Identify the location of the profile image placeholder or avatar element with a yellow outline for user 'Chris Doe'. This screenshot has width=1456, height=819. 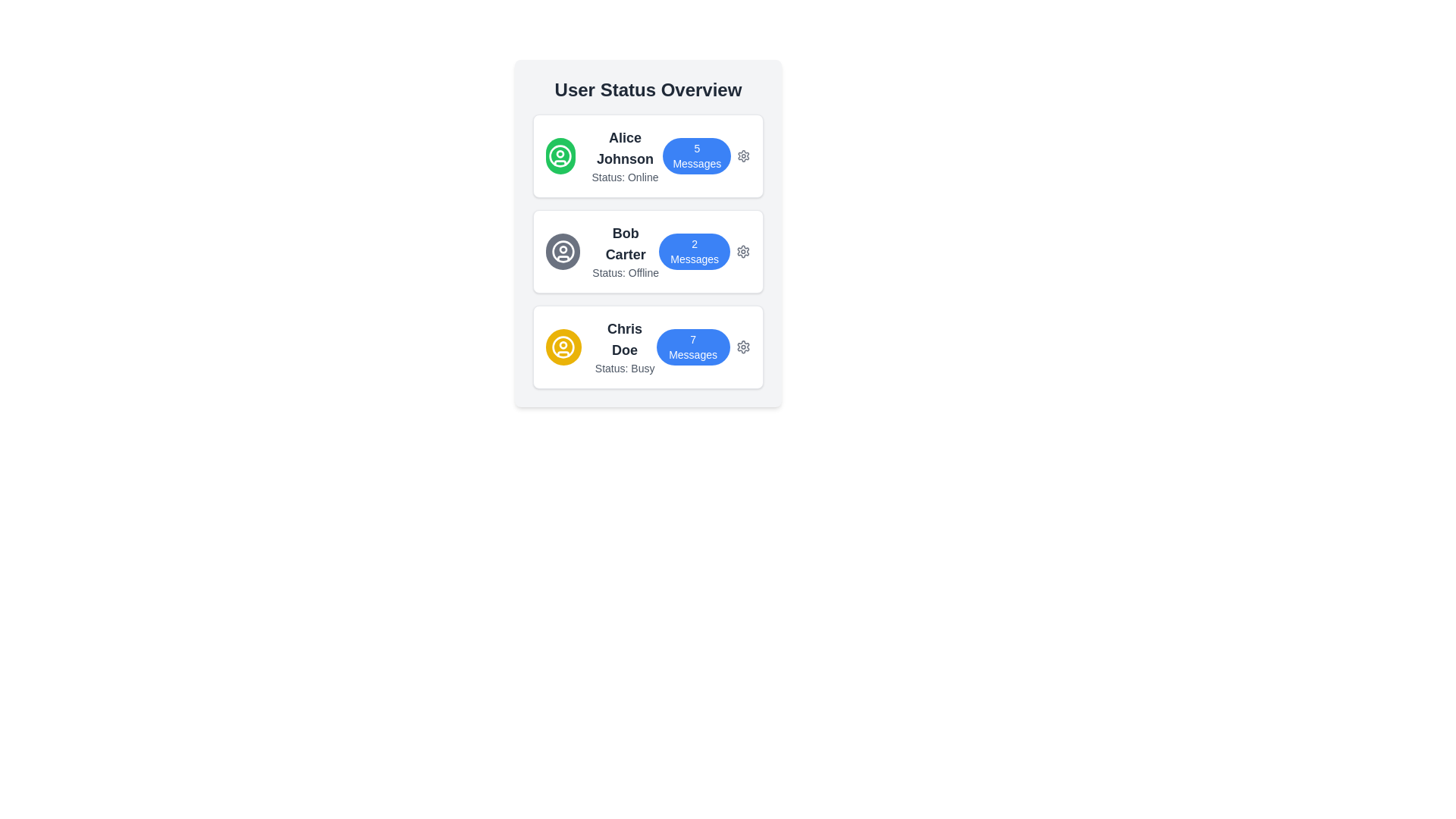
(563, 347).